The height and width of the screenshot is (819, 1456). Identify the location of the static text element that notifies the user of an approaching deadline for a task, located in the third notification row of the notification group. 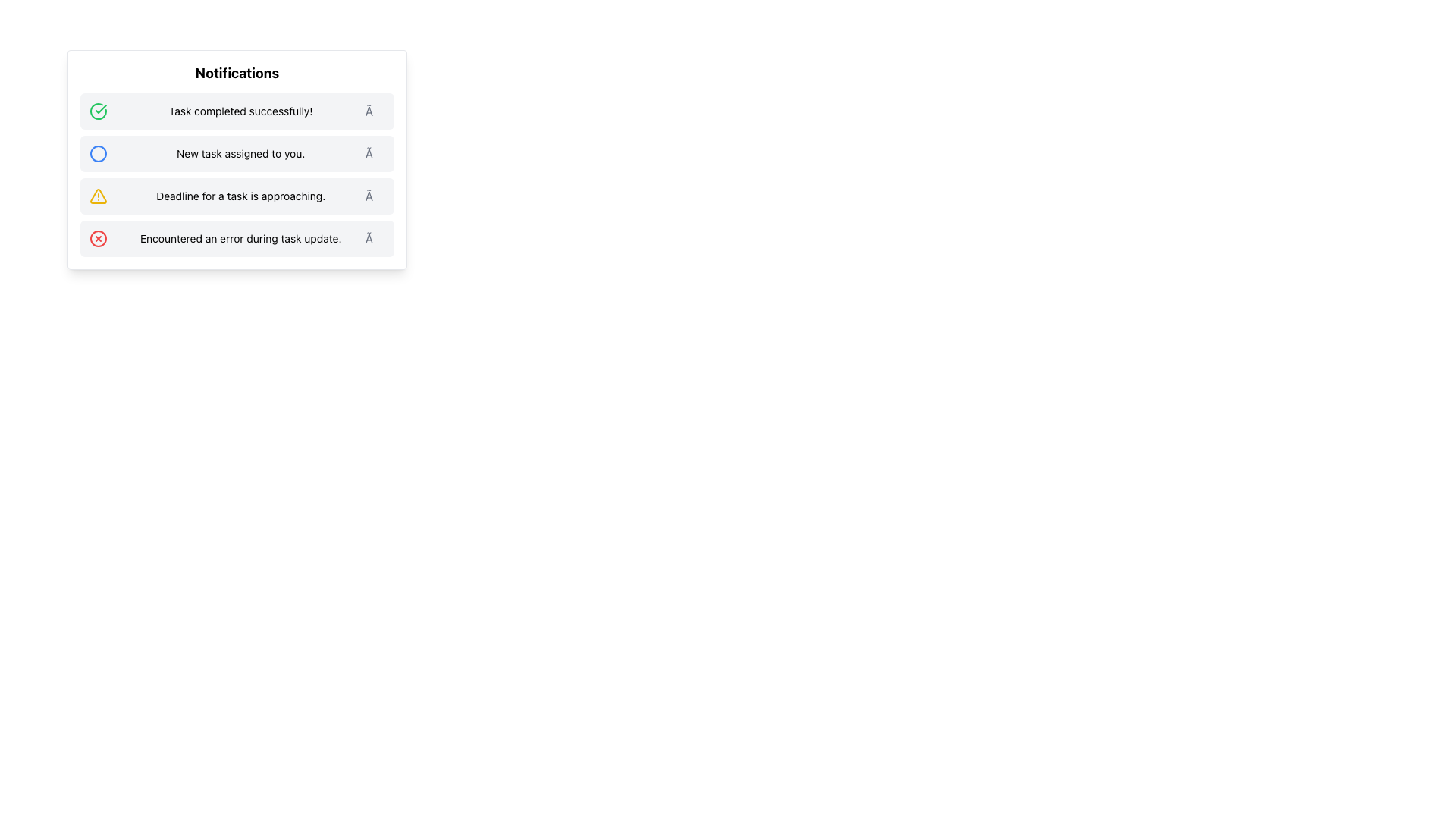
(240, 195).